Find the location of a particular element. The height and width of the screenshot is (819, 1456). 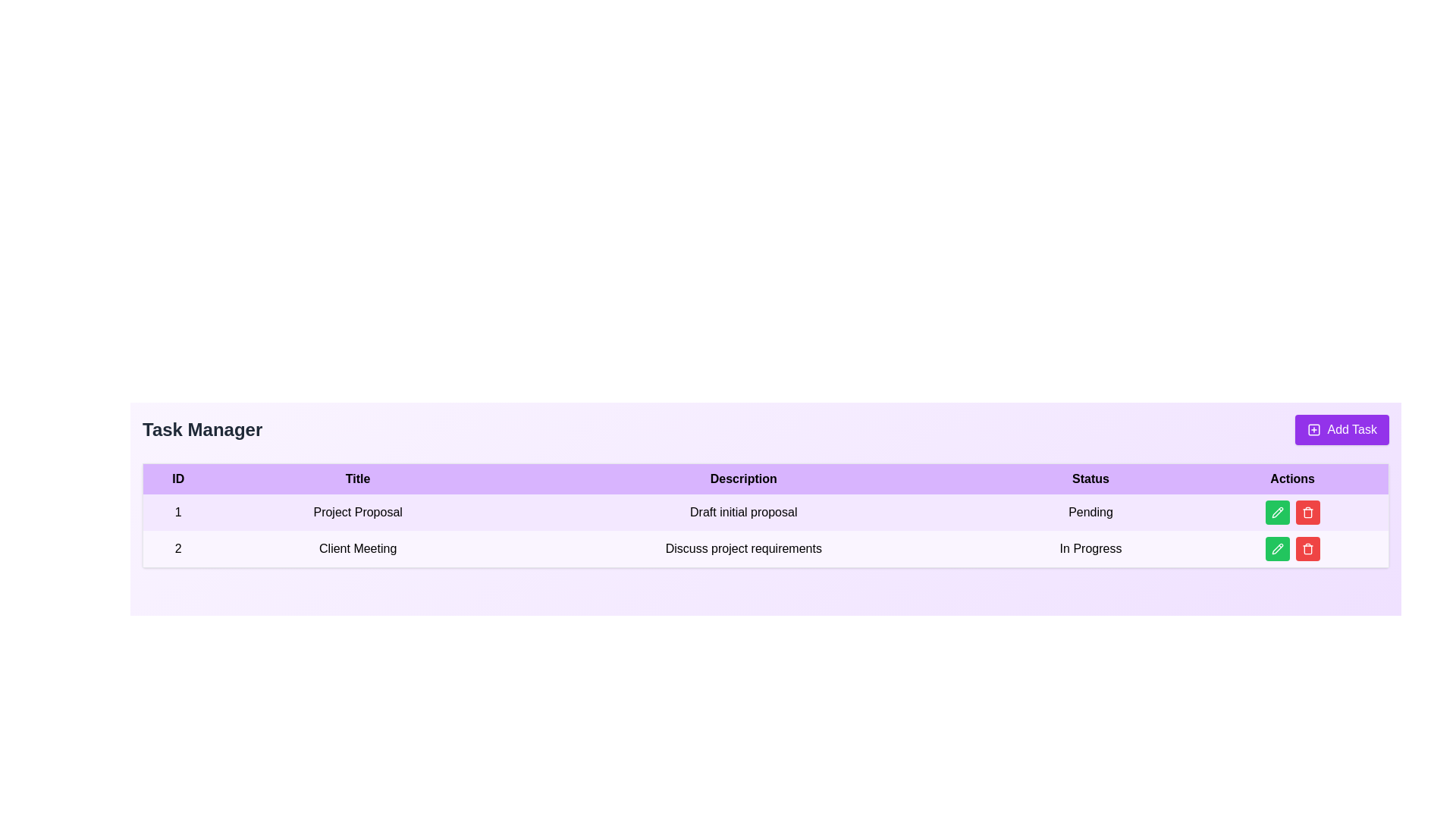

the pencil icon in the 'Actions' column of the second row of the task table is located at coordinates (1276, 549).